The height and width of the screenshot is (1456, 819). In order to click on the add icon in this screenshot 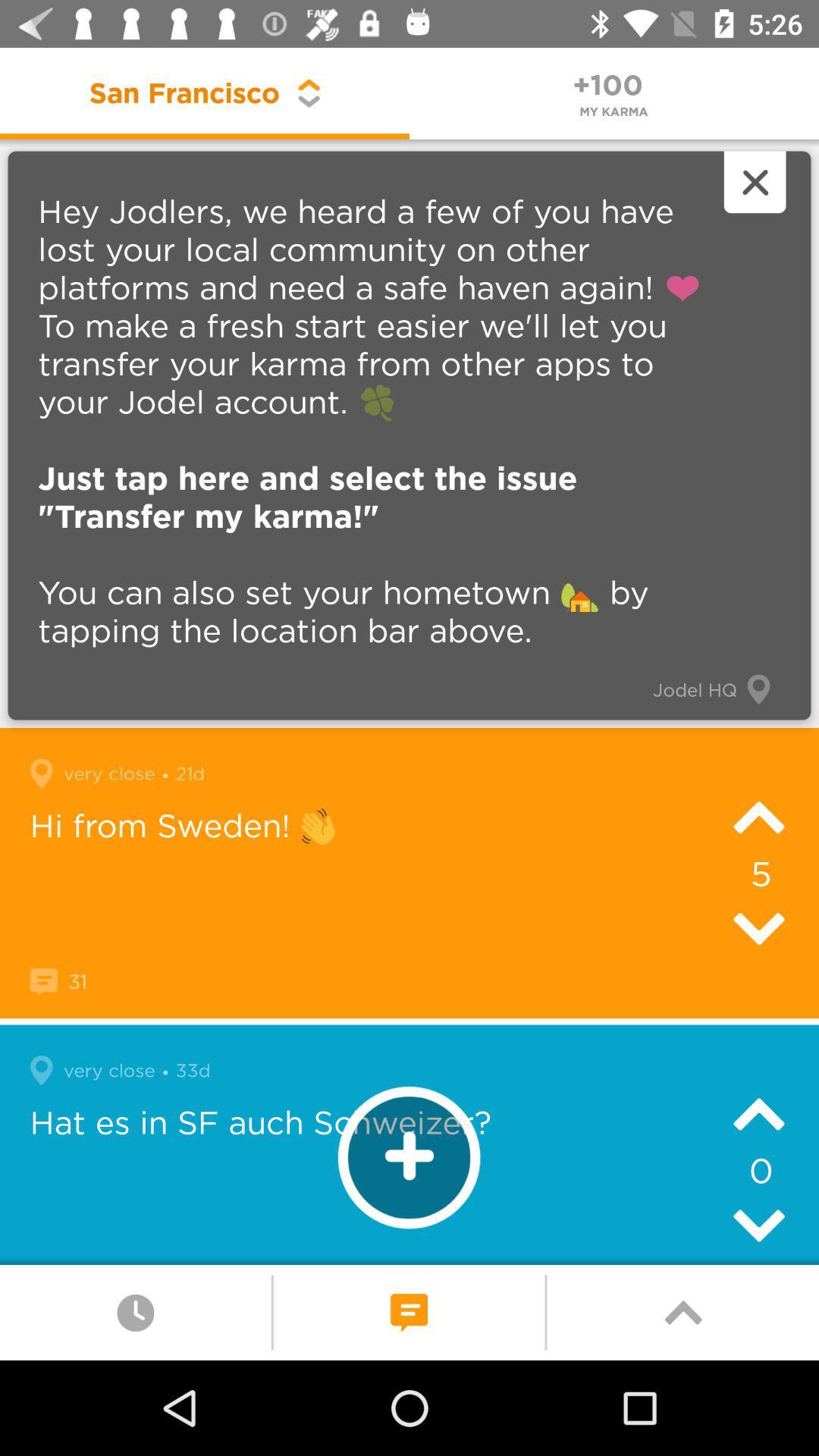, I will do `click(408, 1156)`.